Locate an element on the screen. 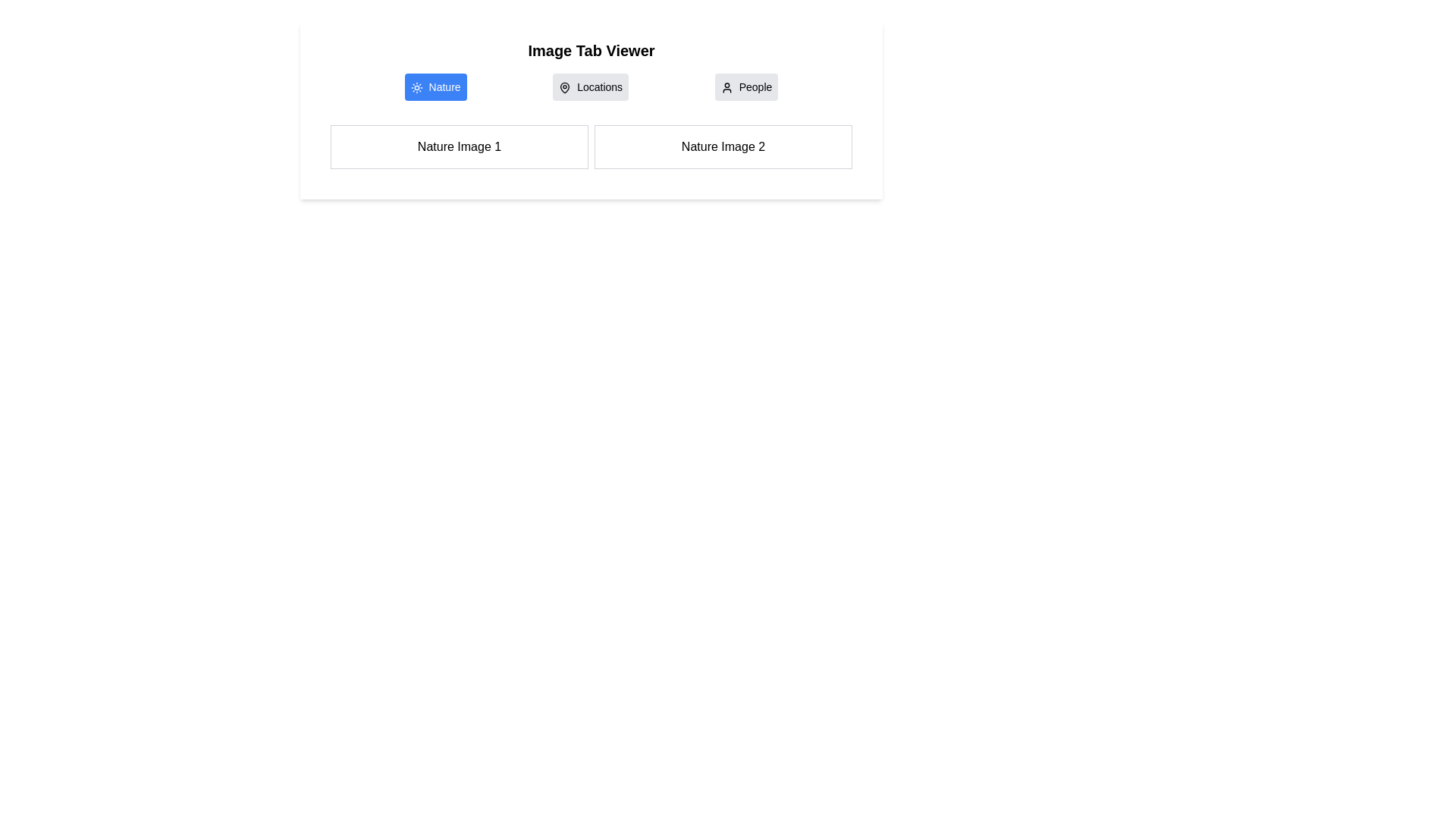 The image size is (1456, 819). the 'Nature' button, which is a small rectangular button with rounded corners, styled in blue with white text and a sun icon on its left, located on the left side of the horizontal navigation bar is located at coordinates (435, 87).